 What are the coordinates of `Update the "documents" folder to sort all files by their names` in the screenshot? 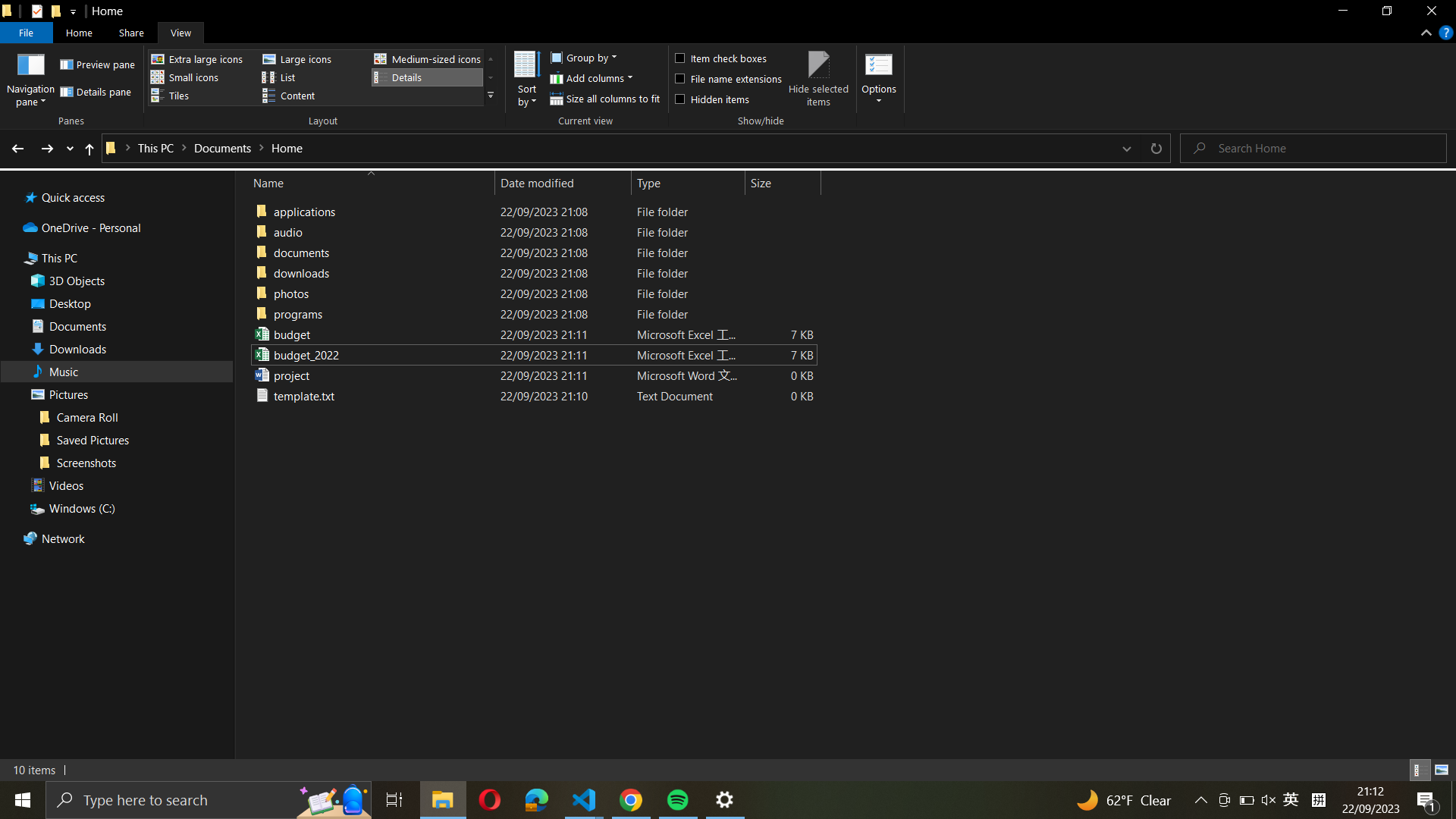 It's located at (531, 271).